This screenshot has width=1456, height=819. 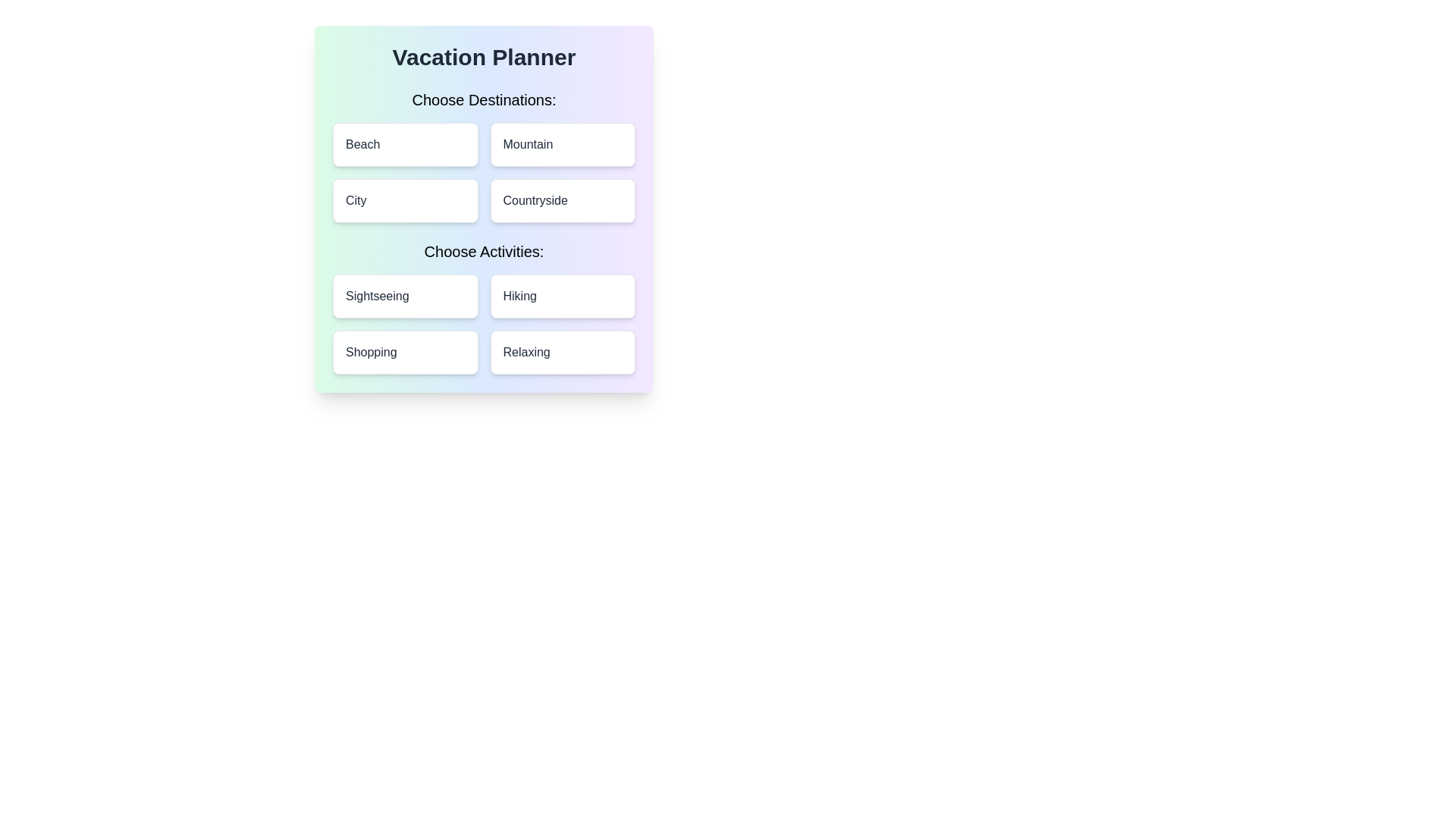 I want to click on the rectangular button labeled 'City' with rounded corners located under the 'Beach' button in the 'Choose Destinations' section, so click(x=405, y=200).